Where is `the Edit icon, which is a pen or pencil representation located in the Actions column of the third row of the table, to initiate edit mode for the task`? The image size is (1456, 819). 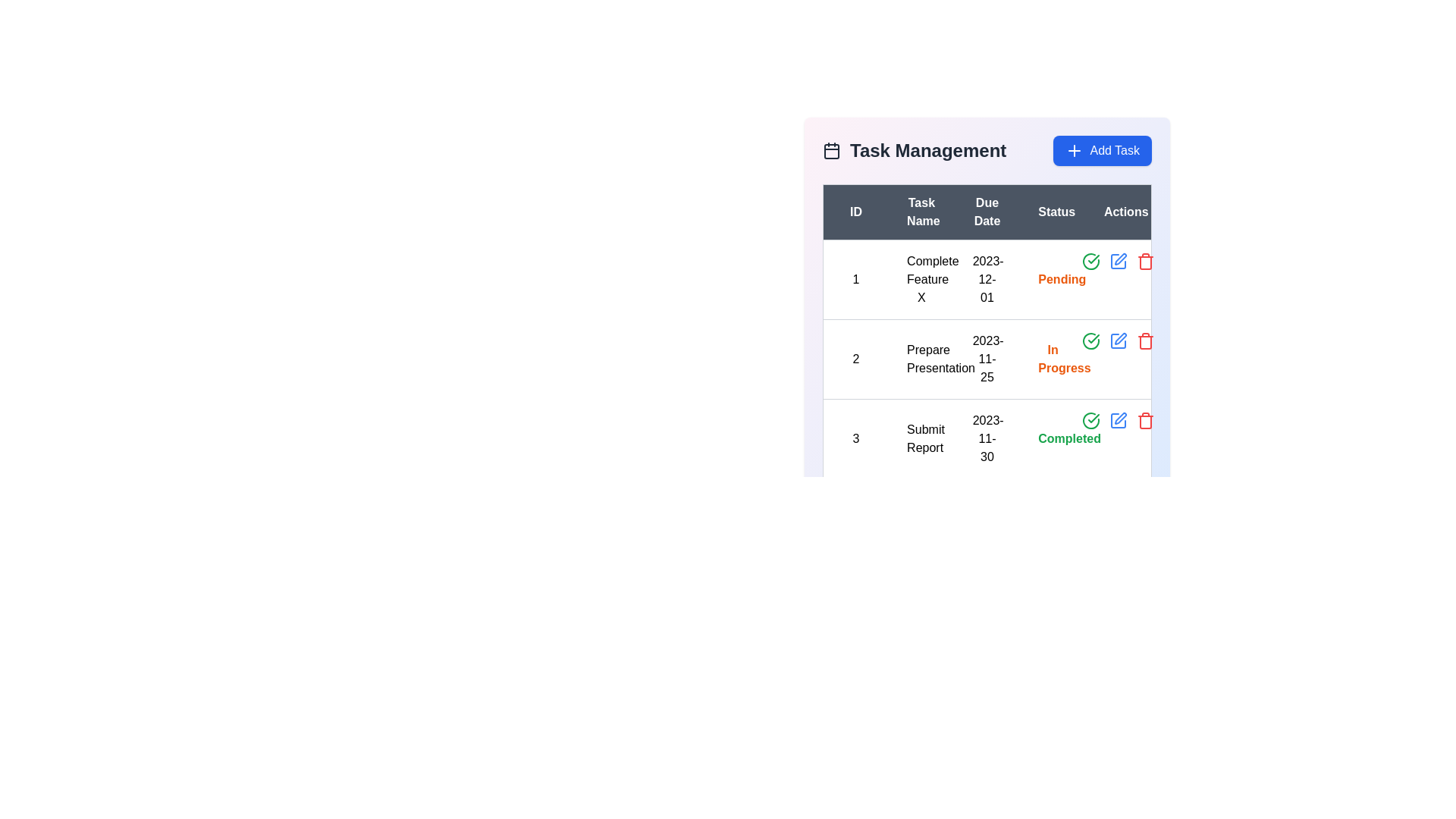
the Edit icon, which is a pen or pencil representation located in the Actions column of the third row of the table, to initiate edit mode for the task is located at coordinates (1121, 418).